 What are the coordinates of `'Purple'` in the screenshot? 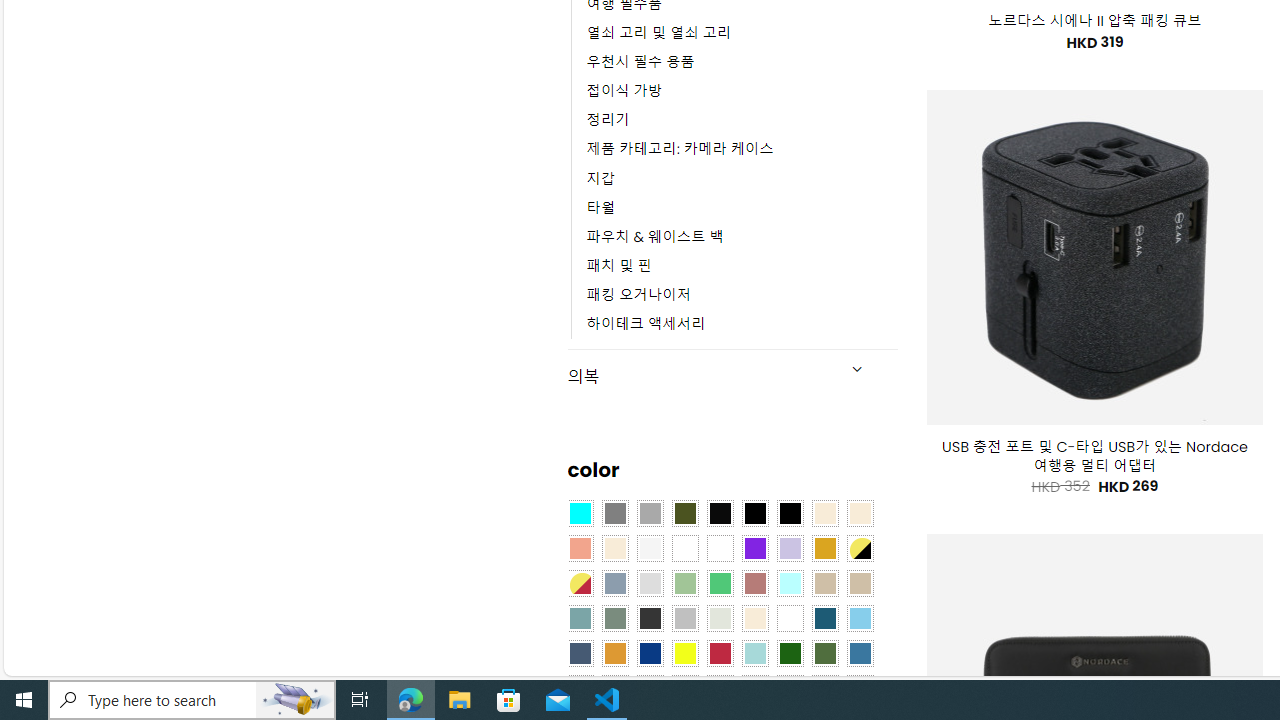 It's located at (754, 549).